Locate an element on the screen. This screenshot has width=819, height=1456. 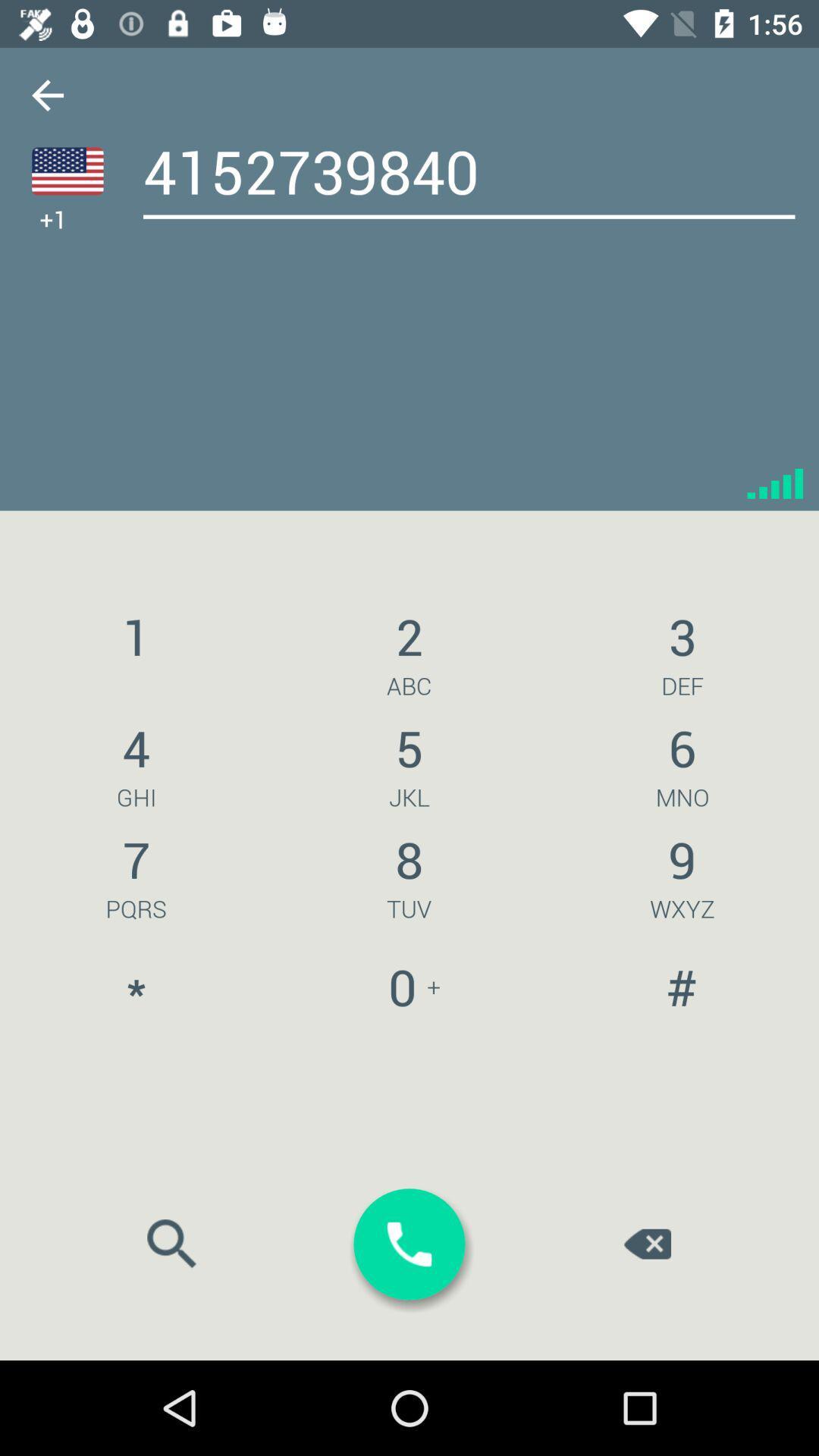
the call icon is located at coordinates (409, 1244).